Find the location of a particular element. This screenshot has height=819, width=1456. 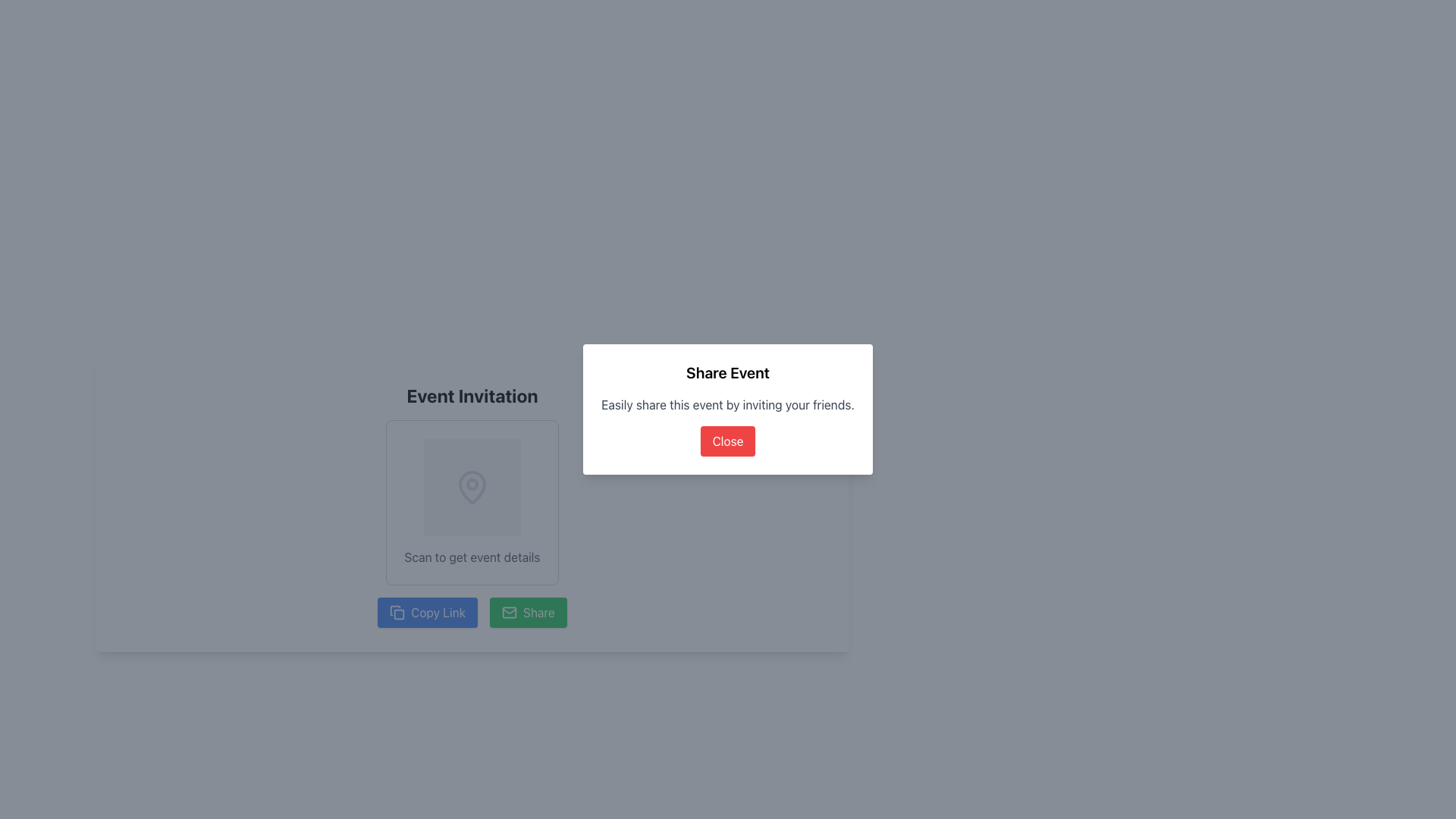

the central modal dialog that informs users about sharing an event for interactive feedback is located at coordinates (728, 409).